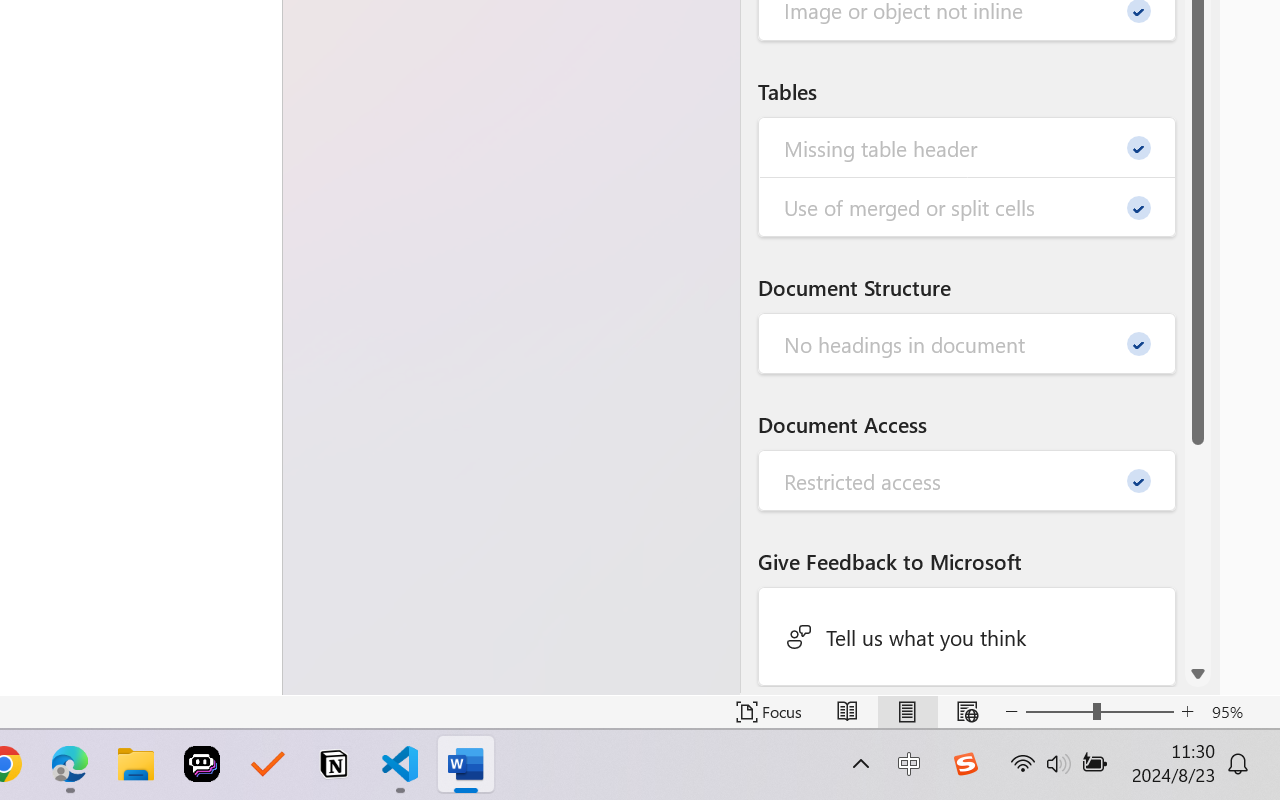 The image size is (1280, 800). Describe the element at coordinates (1198, 674) in the screenshot. I see `'Line down'` at that location.